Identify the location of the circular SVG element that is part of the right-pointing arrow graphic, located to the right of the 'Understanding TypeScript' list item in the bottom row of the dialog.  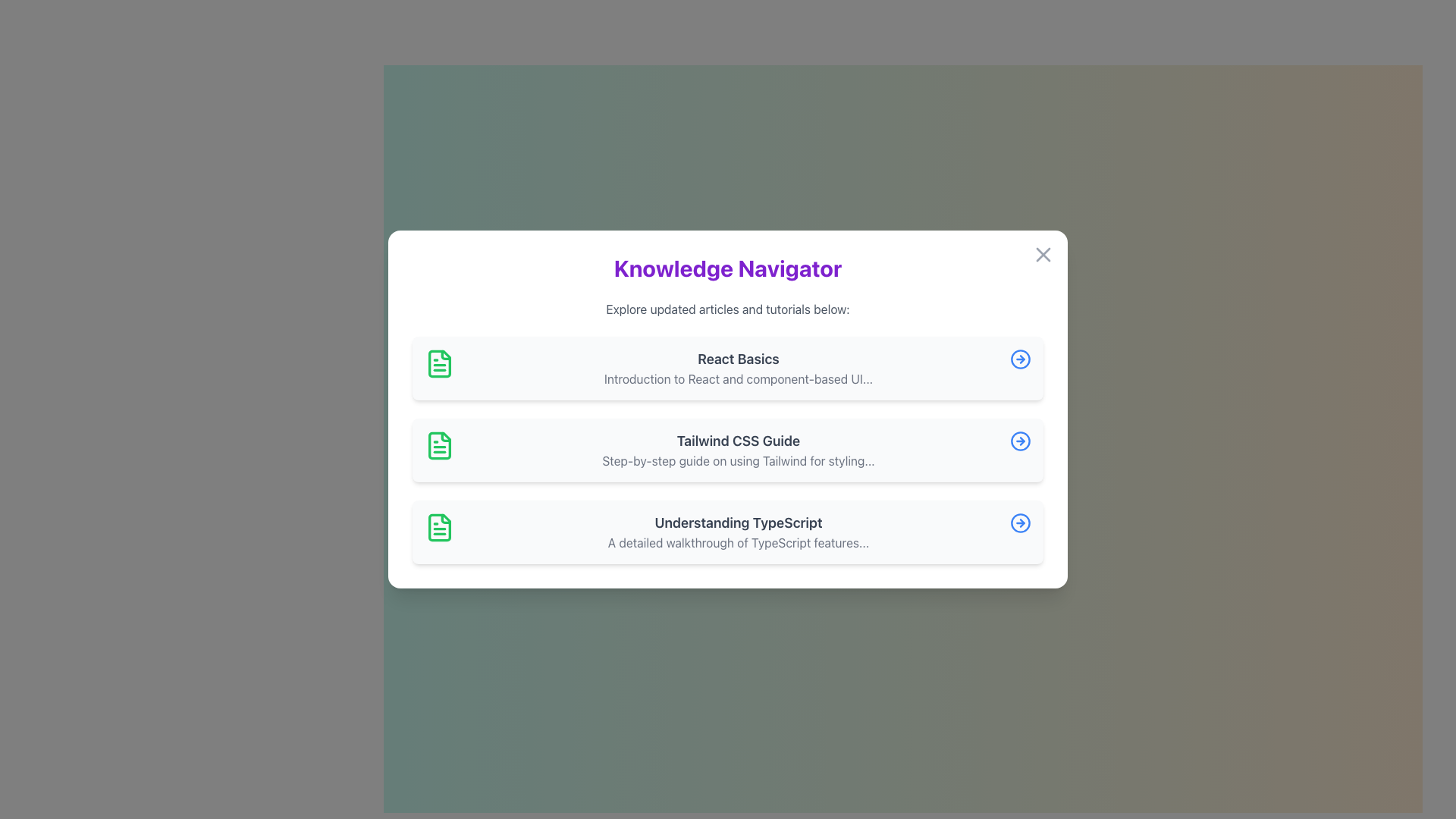
(1020, 522).